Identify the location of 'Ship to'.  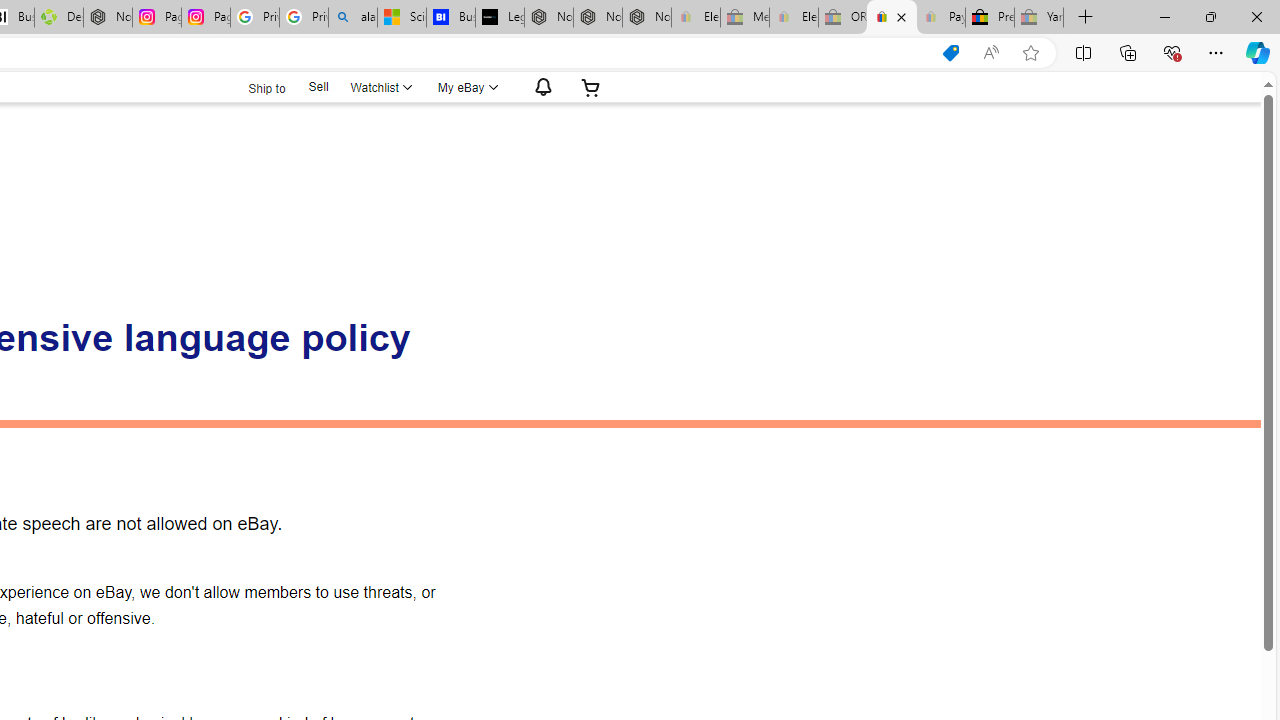
(253, 85).